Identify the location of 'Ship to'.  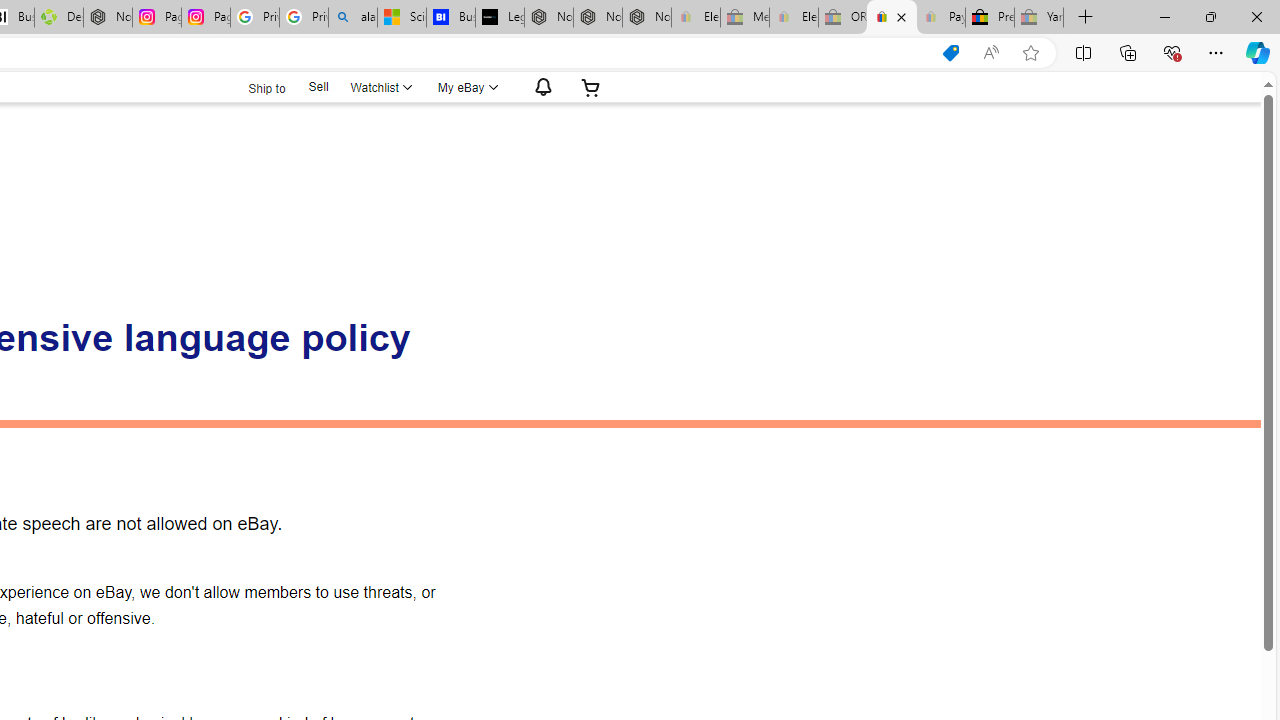
(253, 85).